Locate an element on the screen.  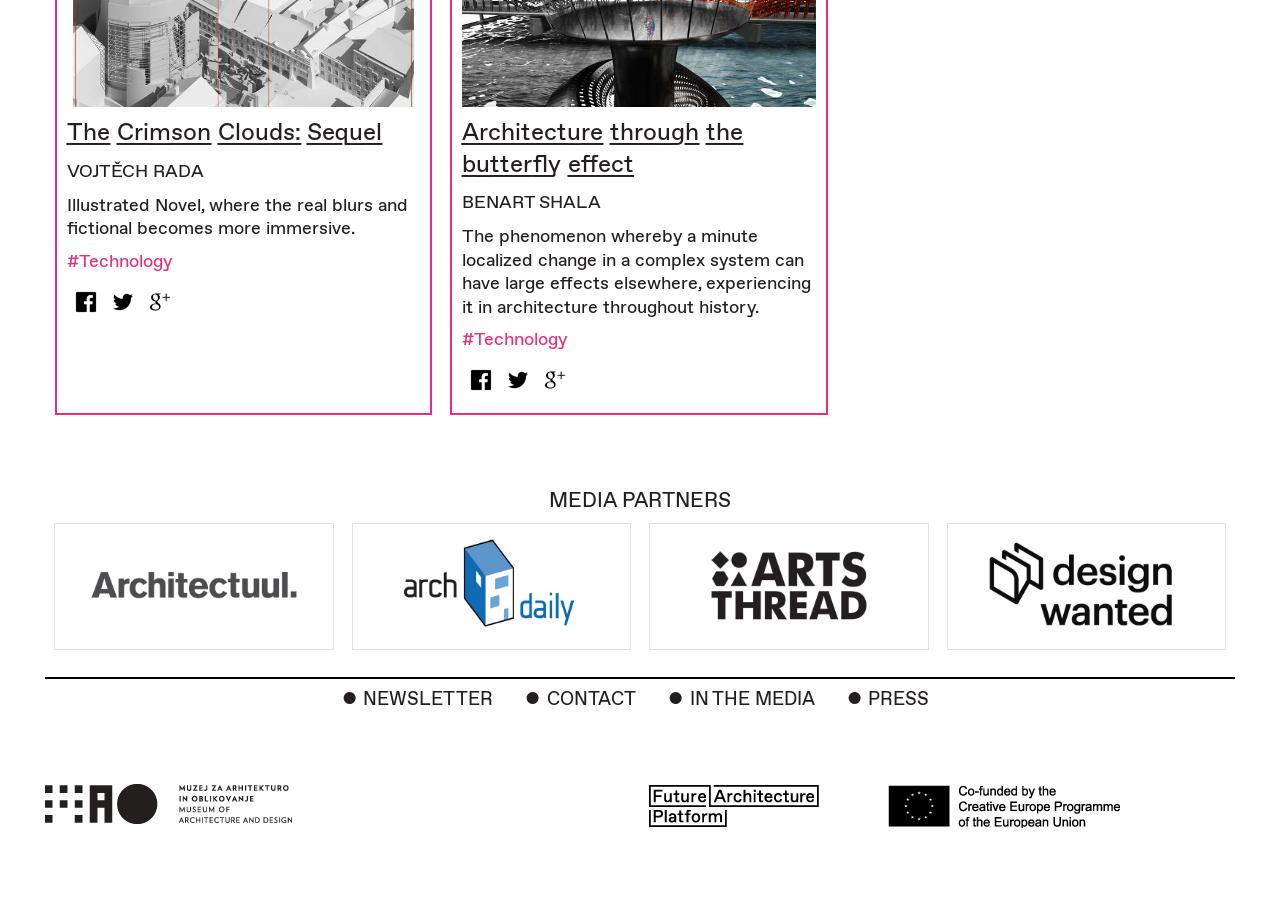
'Media Partners' is located at coordinates (640, 499).